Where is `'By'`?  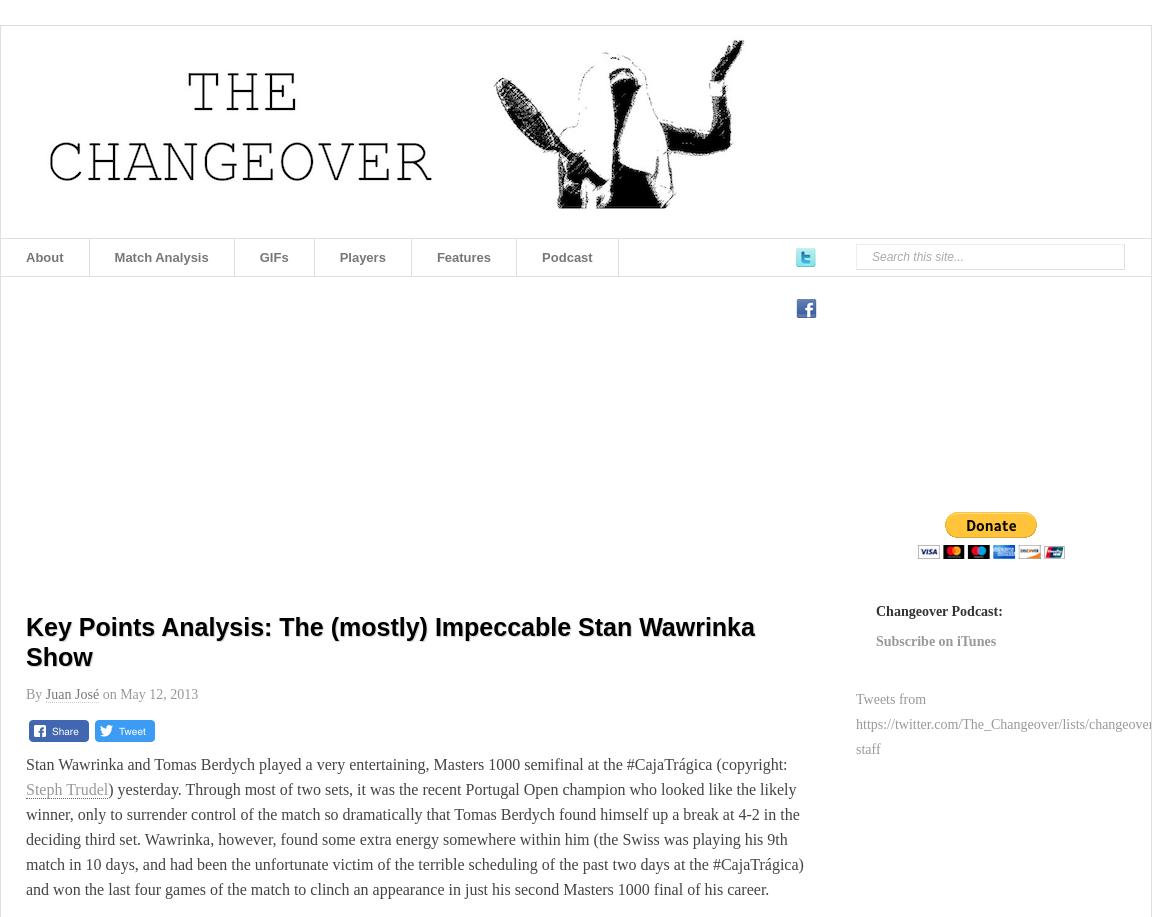
'By' is located at coordinates (34, 694).